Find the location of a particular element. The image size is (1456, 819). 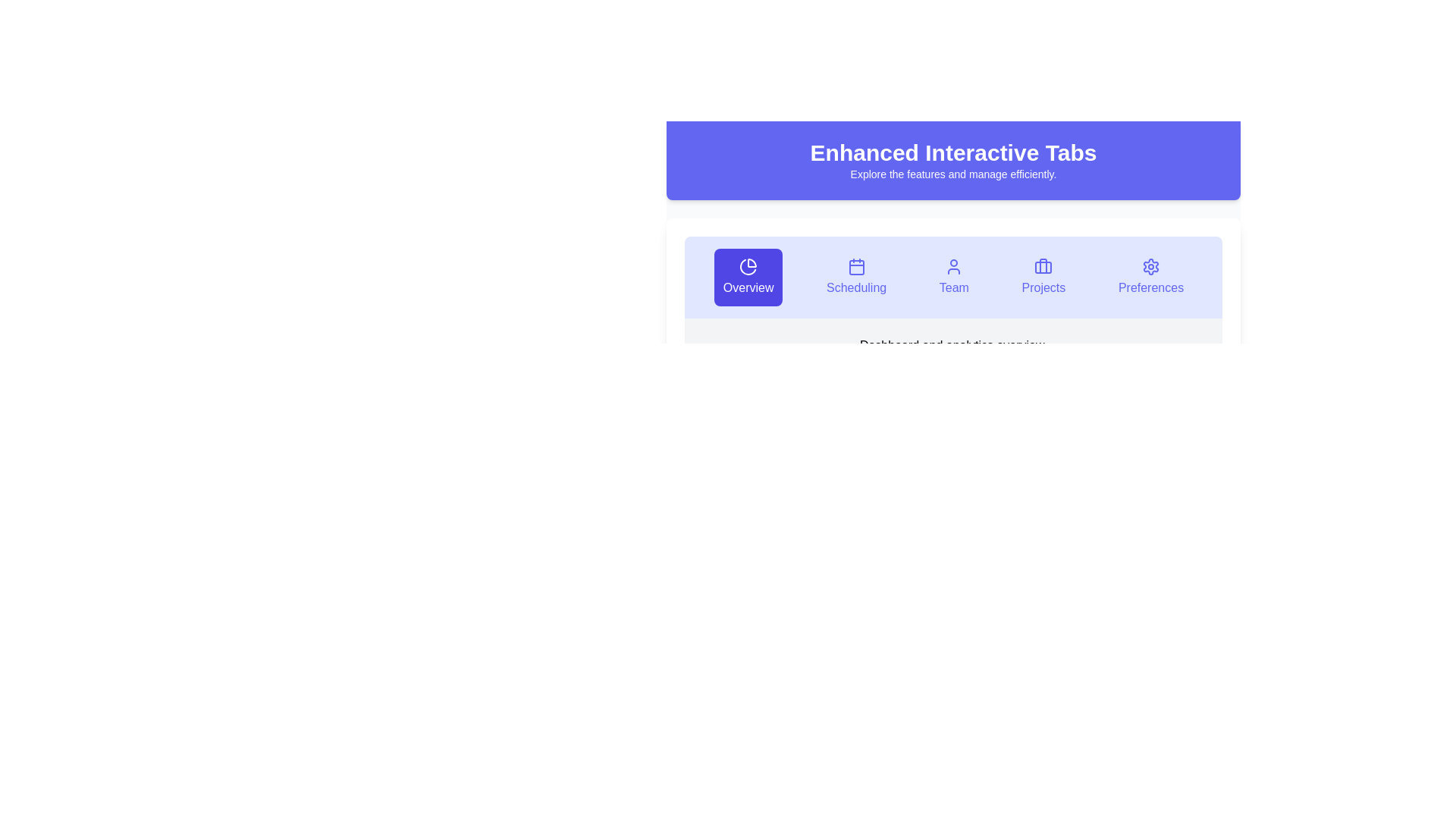

the second tab button in the tab menu that navigates to the Scheduling page to trigger hover effects is located at coordinates (856, 278).